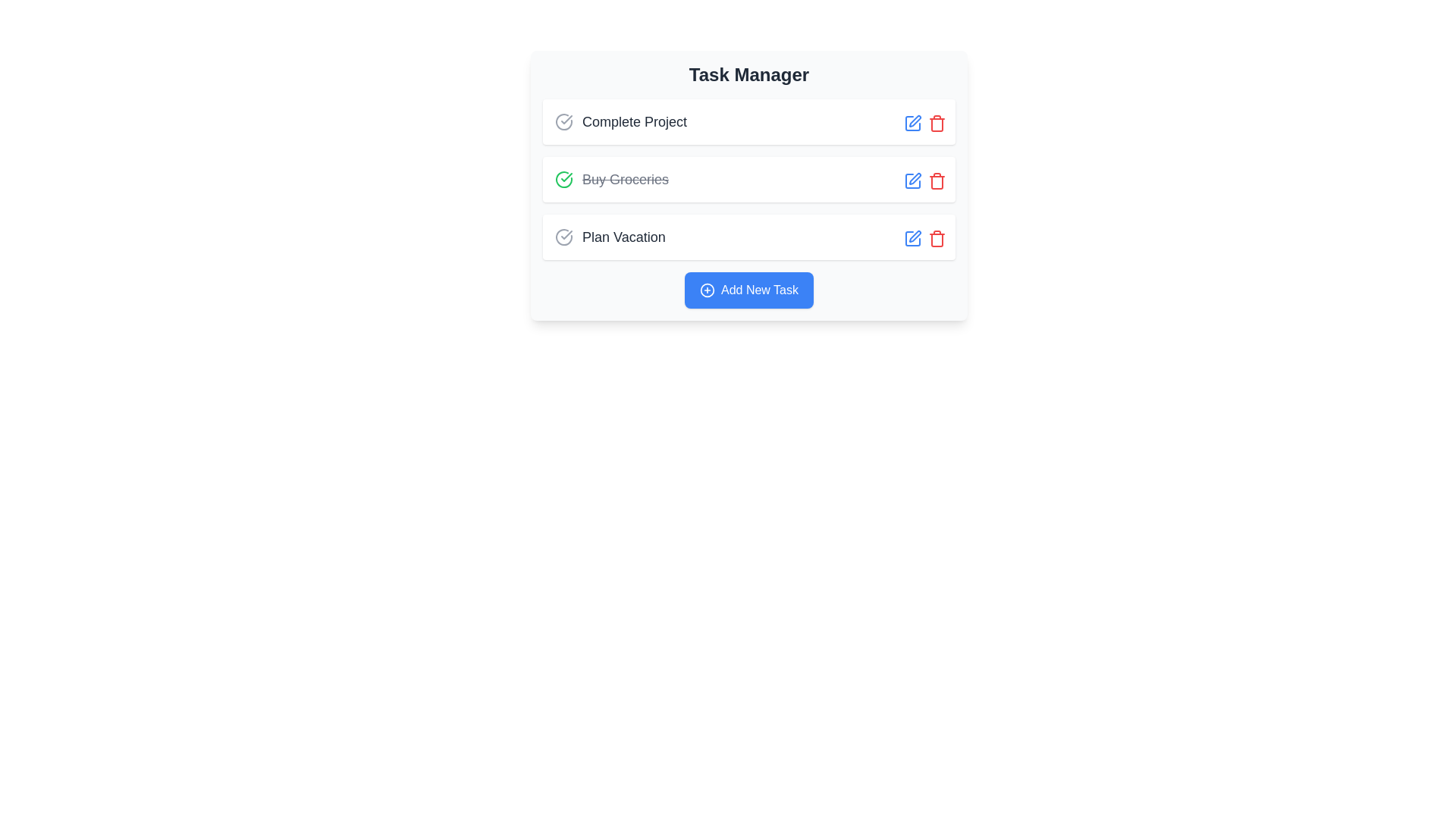 This screenshot has width=1456, height=819. Describe the element at coordinates (563, 237) in the screenshot. I see `the SVG Vector Graphic Element that represents a checkmark design for the third task in the list, aligned to the left of the text 'Plan Vacation'` at that location.